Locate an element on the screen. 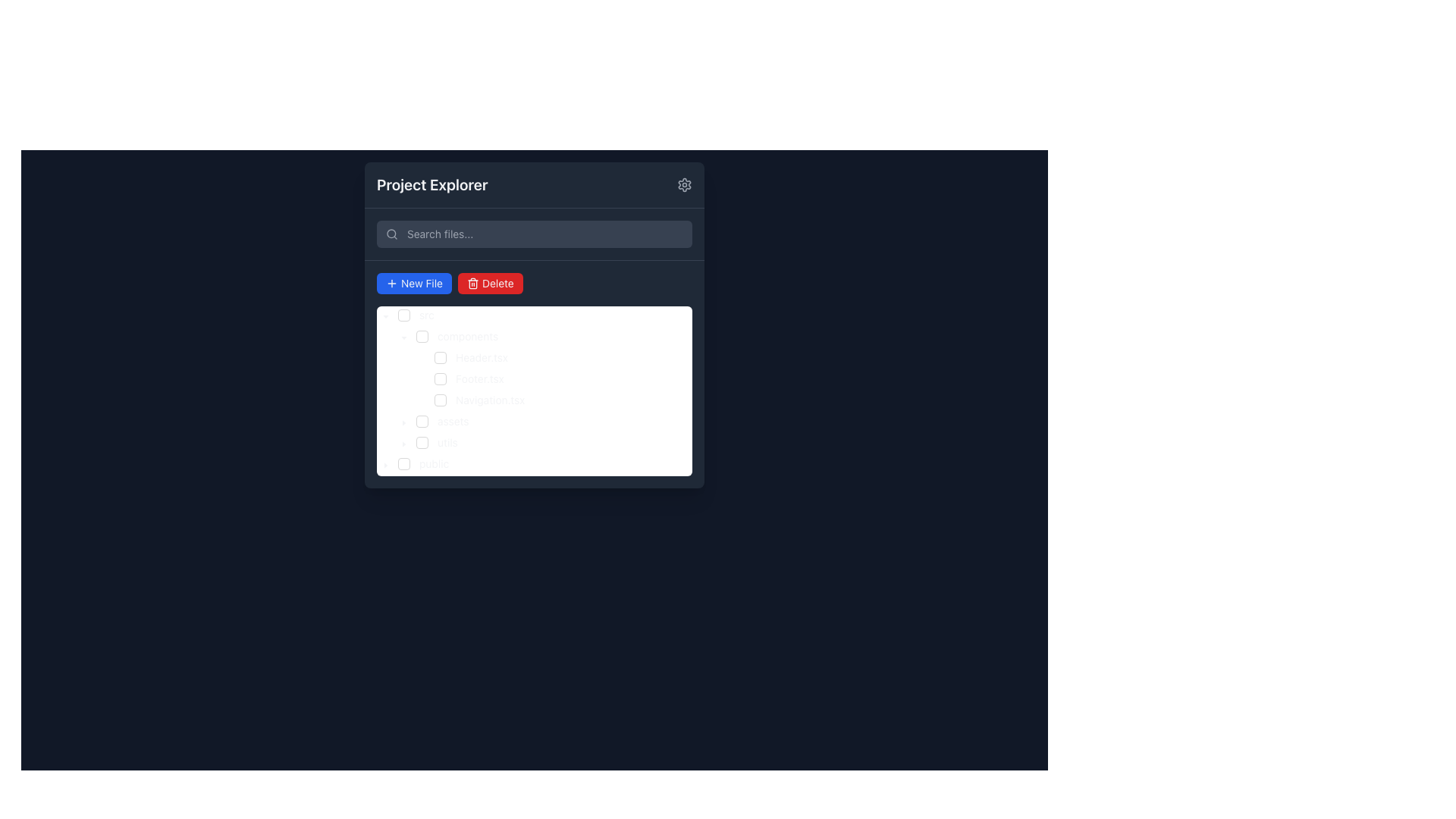  the settings icon located at the top-right corner of the window next to the title of the 'Project Explorer' panel is located at coordinates (683, 184).